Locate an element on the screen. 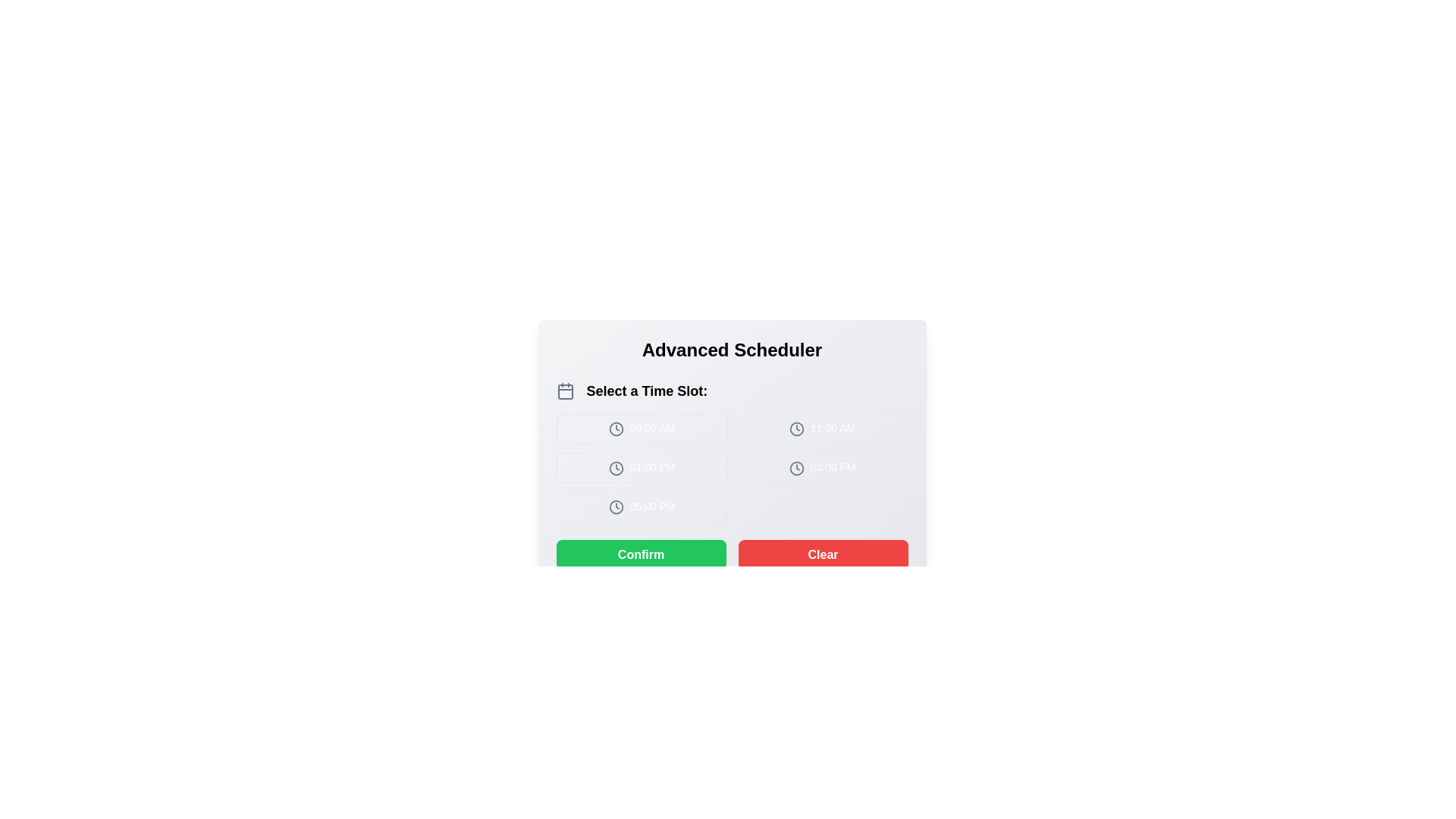  the circular gray clock icon located to the left of the text '01:00 PM' in the time slot selection section is located at coordinates (616, 467).